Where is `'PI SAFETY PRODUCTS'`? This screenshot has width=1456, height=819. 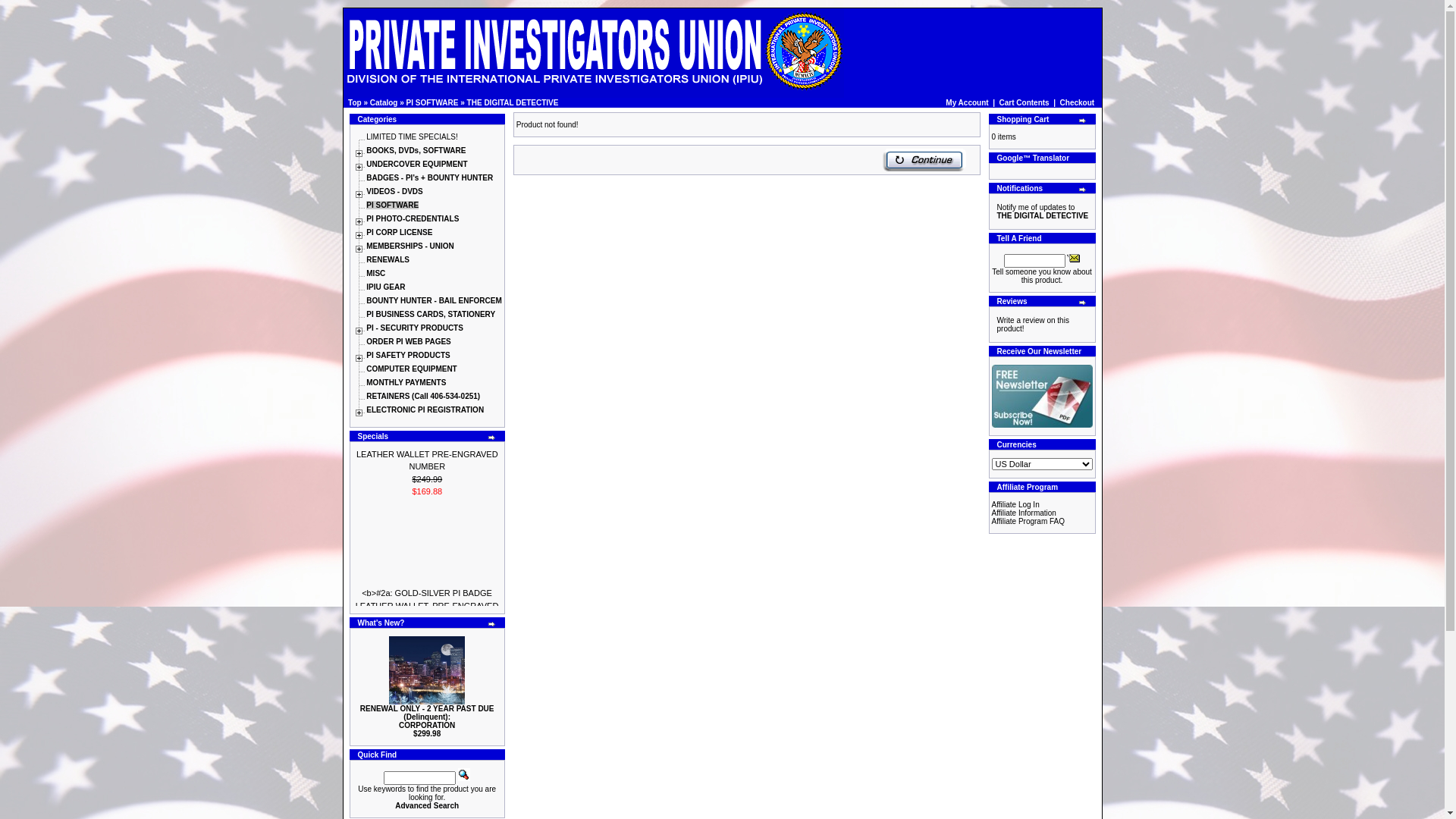
'PI SAFETY PRODUCTS' is located at coordinates (407, 355).